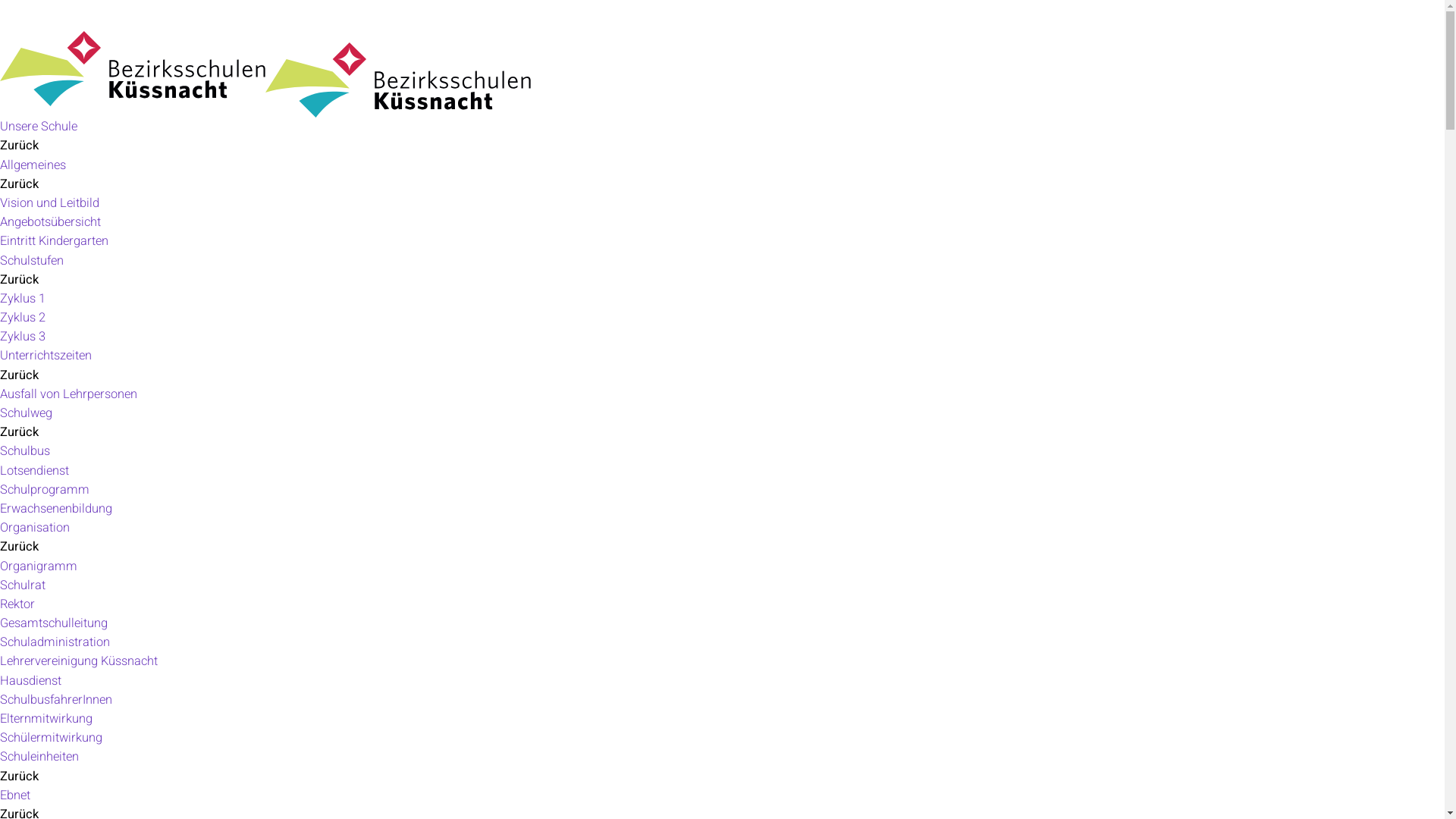 This screenshot has width=1456, height=819. What do you see at coordinates (26, 413) in the screenshot?
I see `'Schulweg'` at bounding box center [26, 413].